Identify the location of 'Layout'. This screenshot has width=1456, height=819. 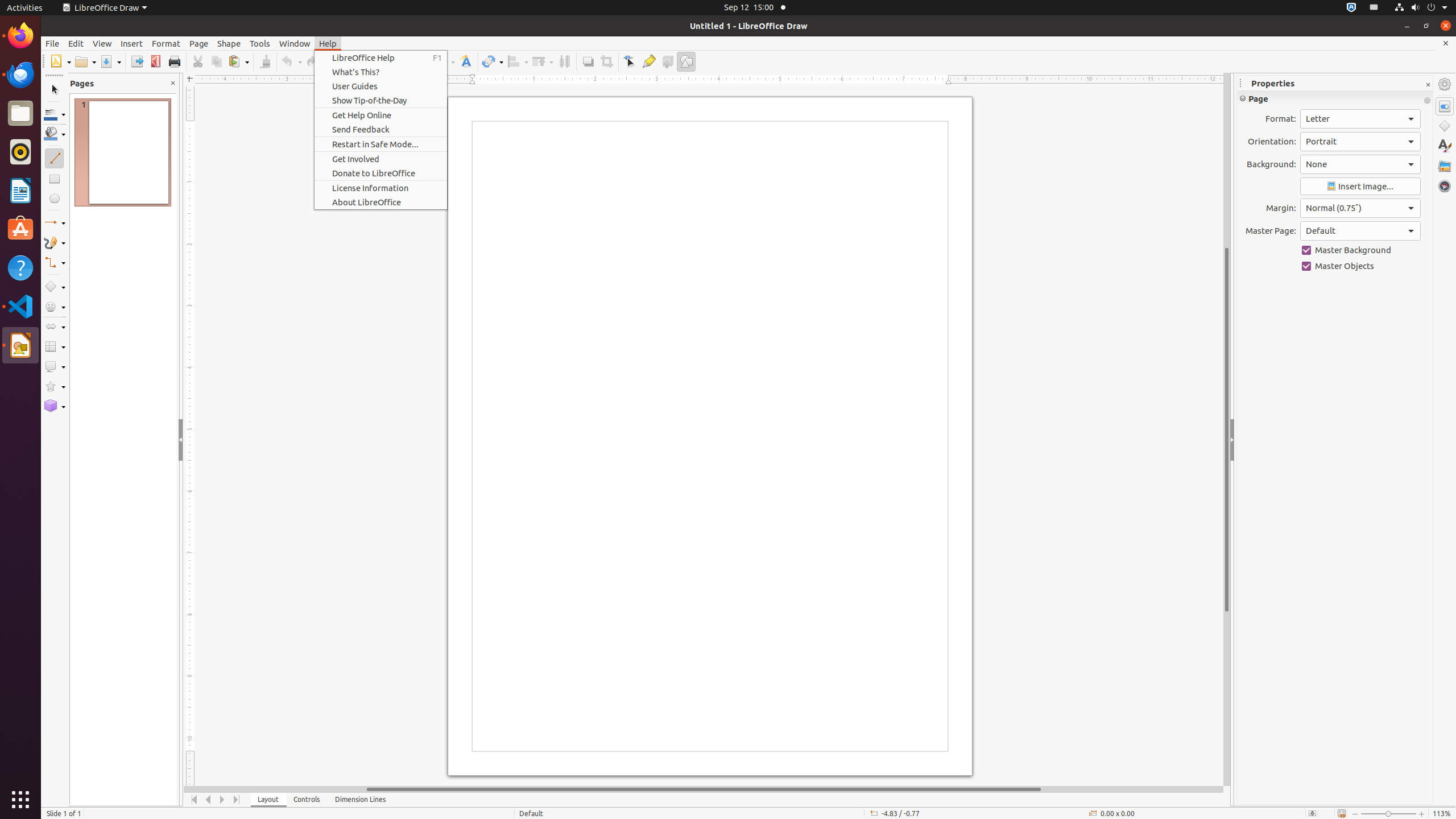
(268, 799).